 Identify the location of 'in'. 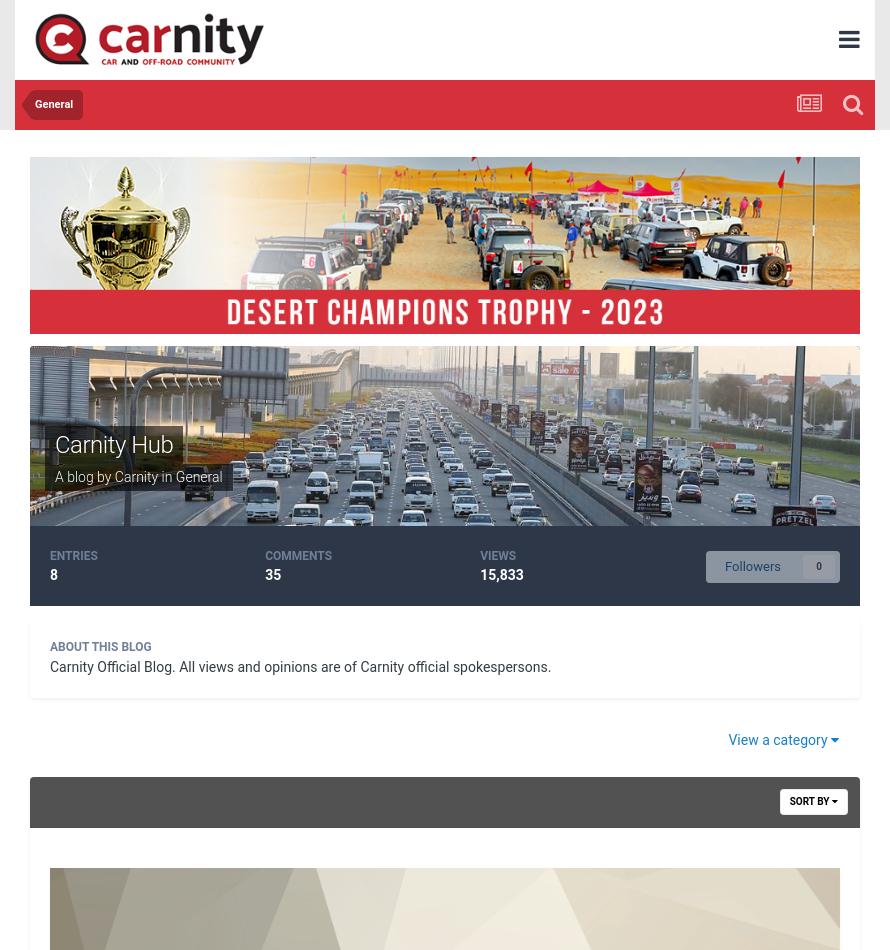
(166, 476).